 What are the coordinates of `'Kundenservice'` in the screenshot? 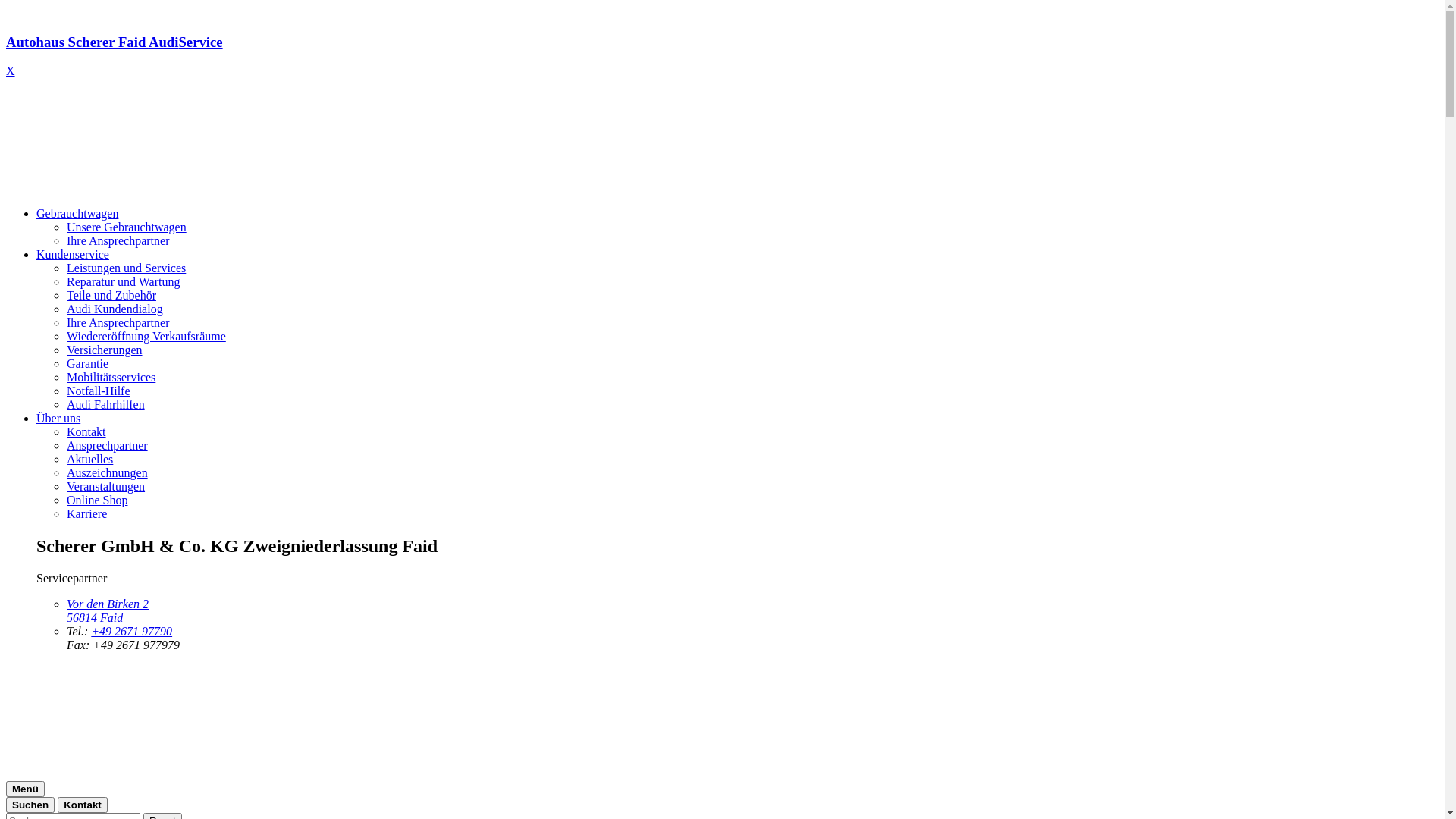 It's located at (72, 253).